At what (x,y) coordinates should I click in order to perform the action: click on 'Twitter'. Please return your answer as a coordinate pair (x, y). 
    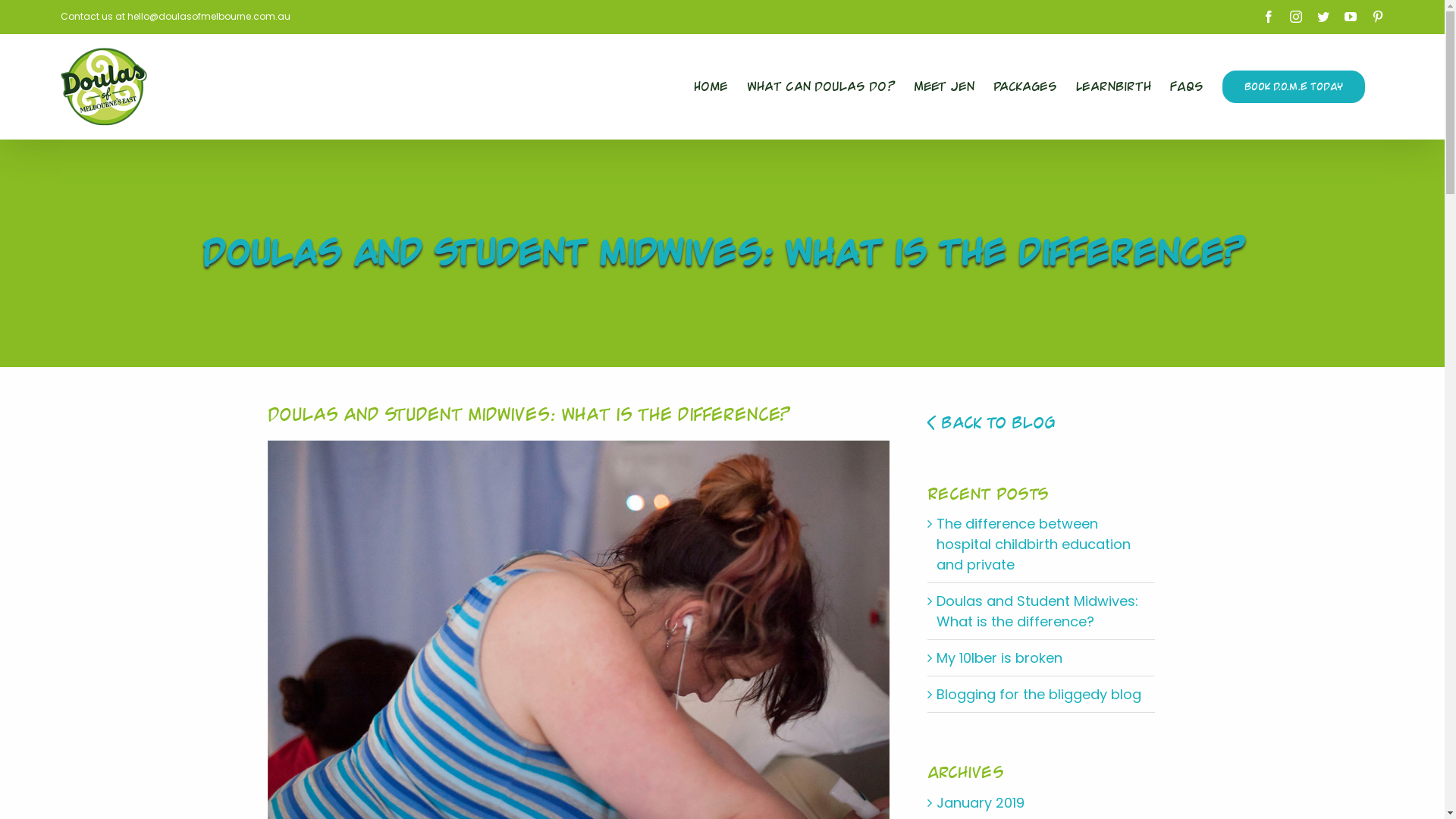
    Looking at the image, I should click on (1323, 17).